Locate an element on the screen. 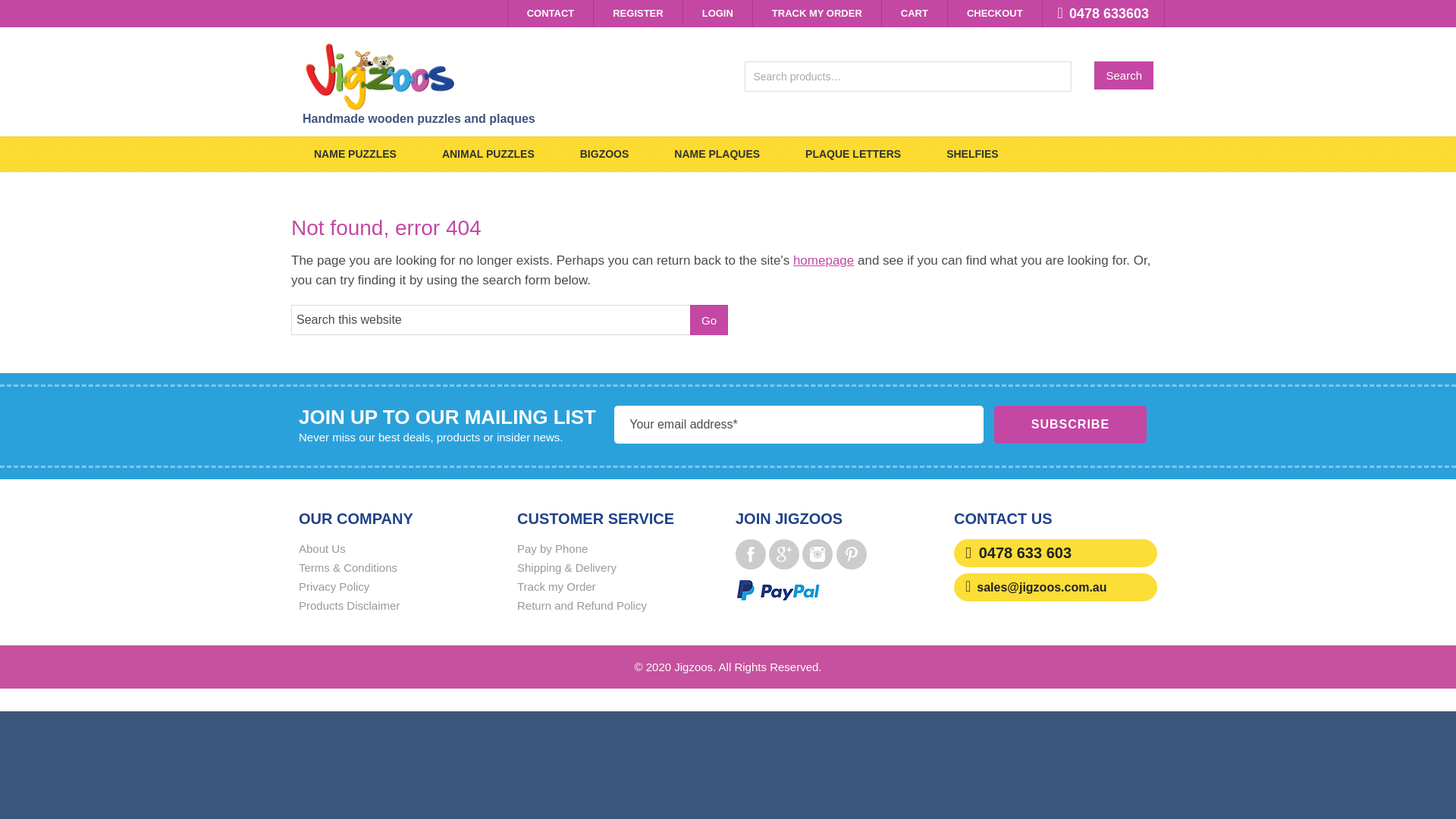 The width and height of the screenshot is (1456, 819). 'TRACK MY ORDER' is located at coordinates (753, 13).